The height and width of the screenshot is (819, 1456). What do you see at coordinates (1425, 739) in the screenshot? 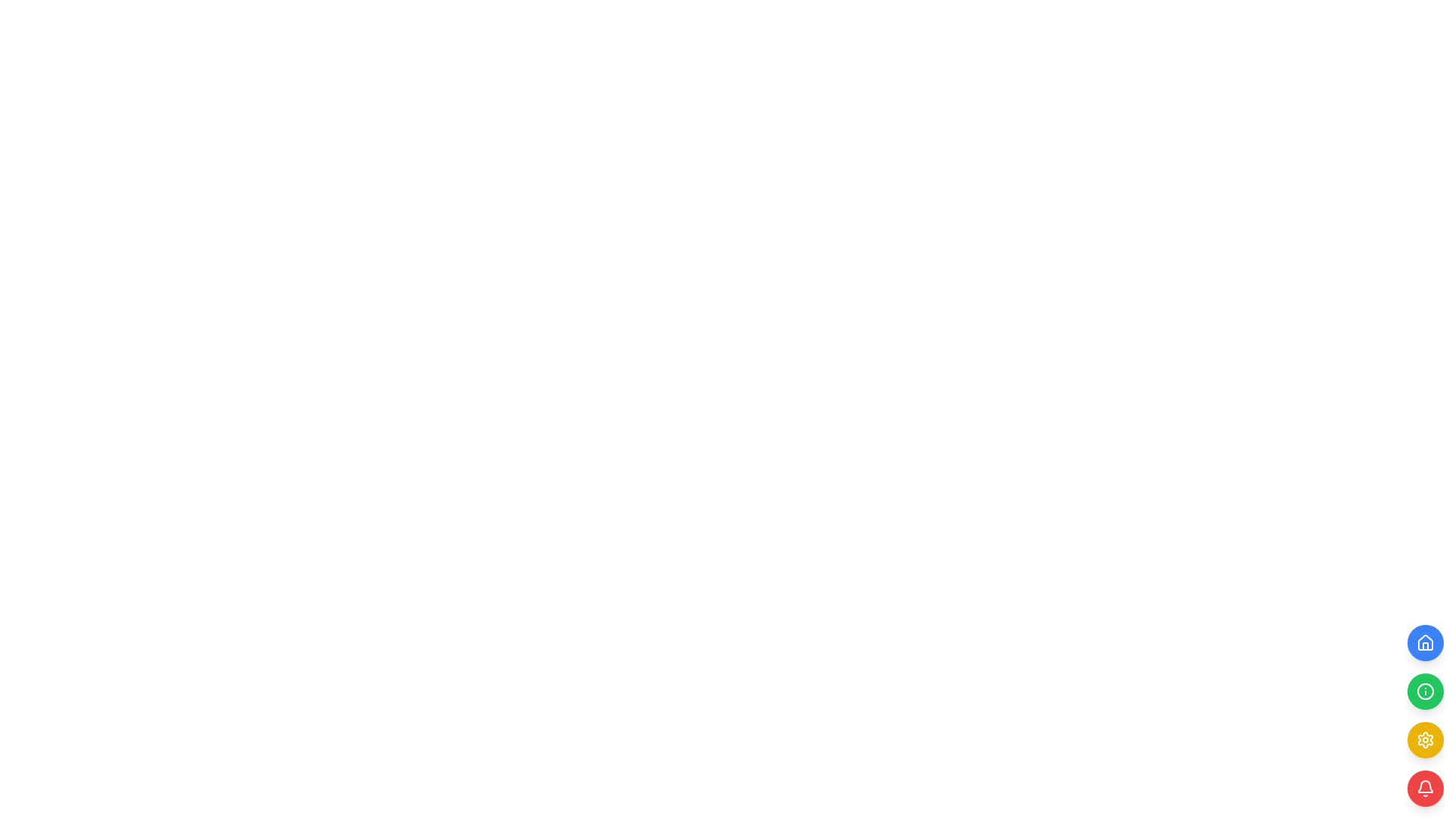
I see `the round button with a yellow background and white gear icon in the bottom-right corner` at bounding box center [1425, 739].